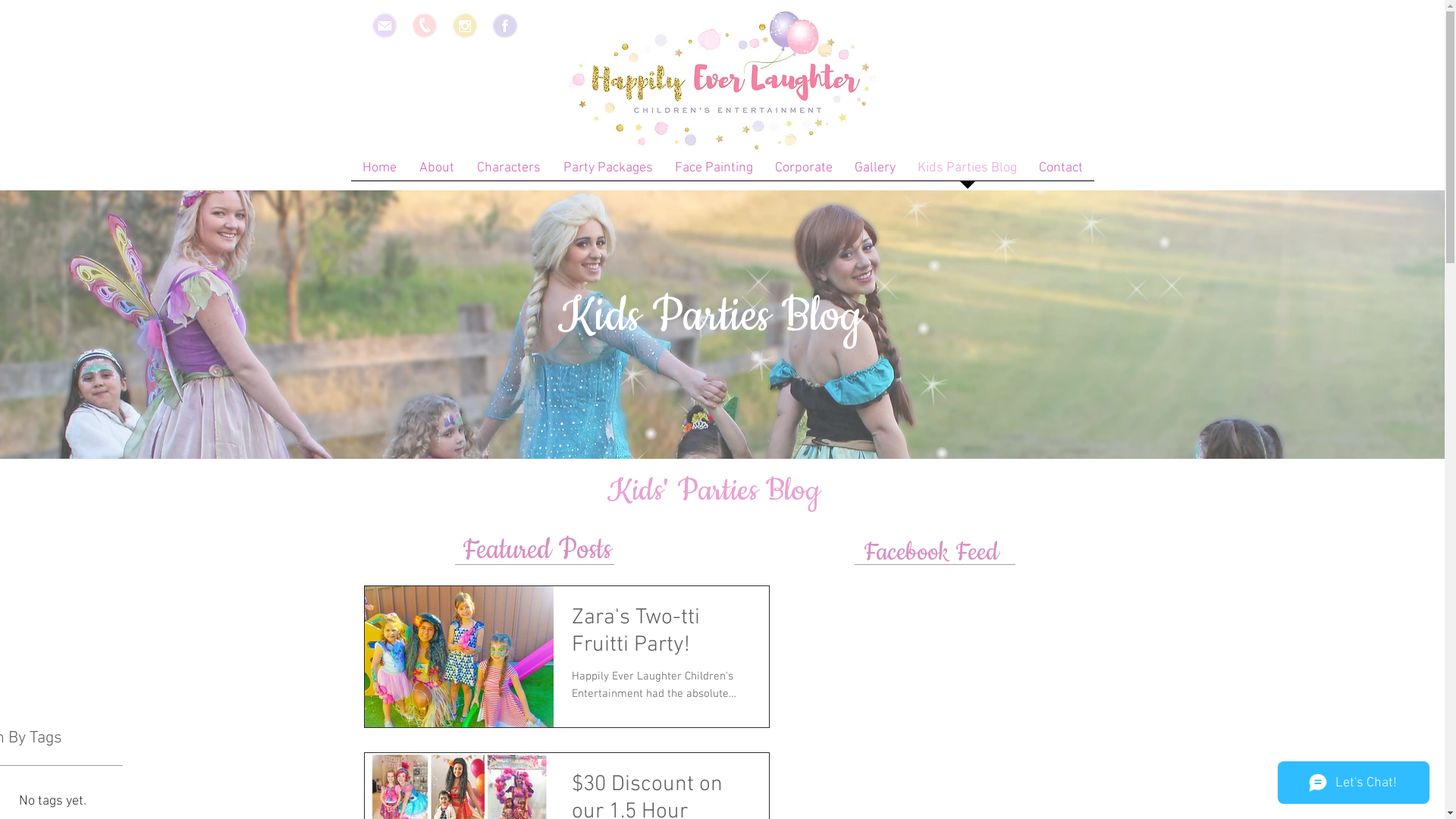 Image resolution: width=1456 pixels, height=819 pixels. What do you see at coordinates (803, 171) in the screenshot?
I see `'Corporate'` at bounding box center [803, 171].